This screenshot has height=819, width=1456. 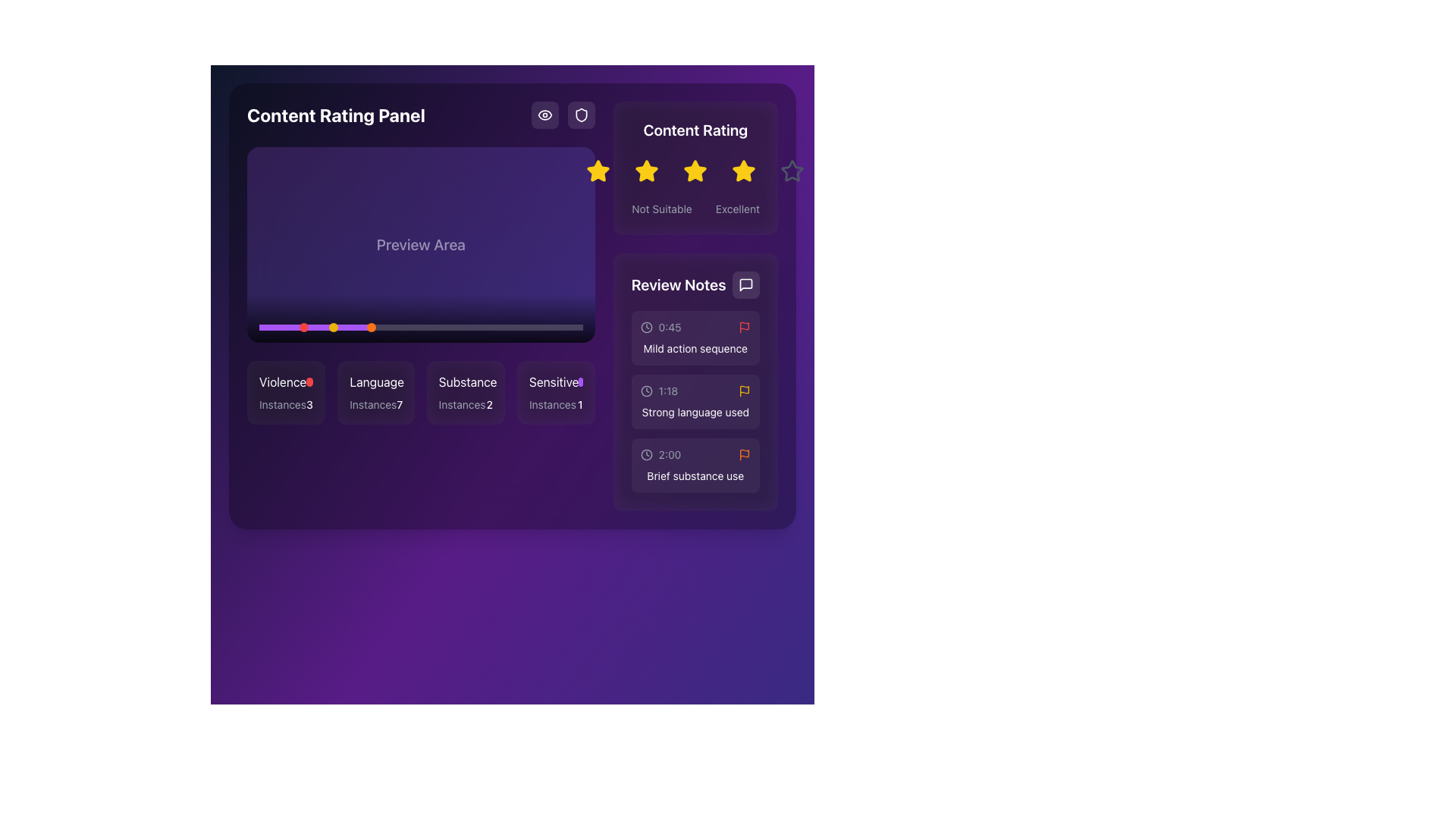 What do you see at coordinates (745, 284) in the screenshot?
I see `the interactive button located to the right of the 'Review Notes' section` at bounding box center [745, 284].